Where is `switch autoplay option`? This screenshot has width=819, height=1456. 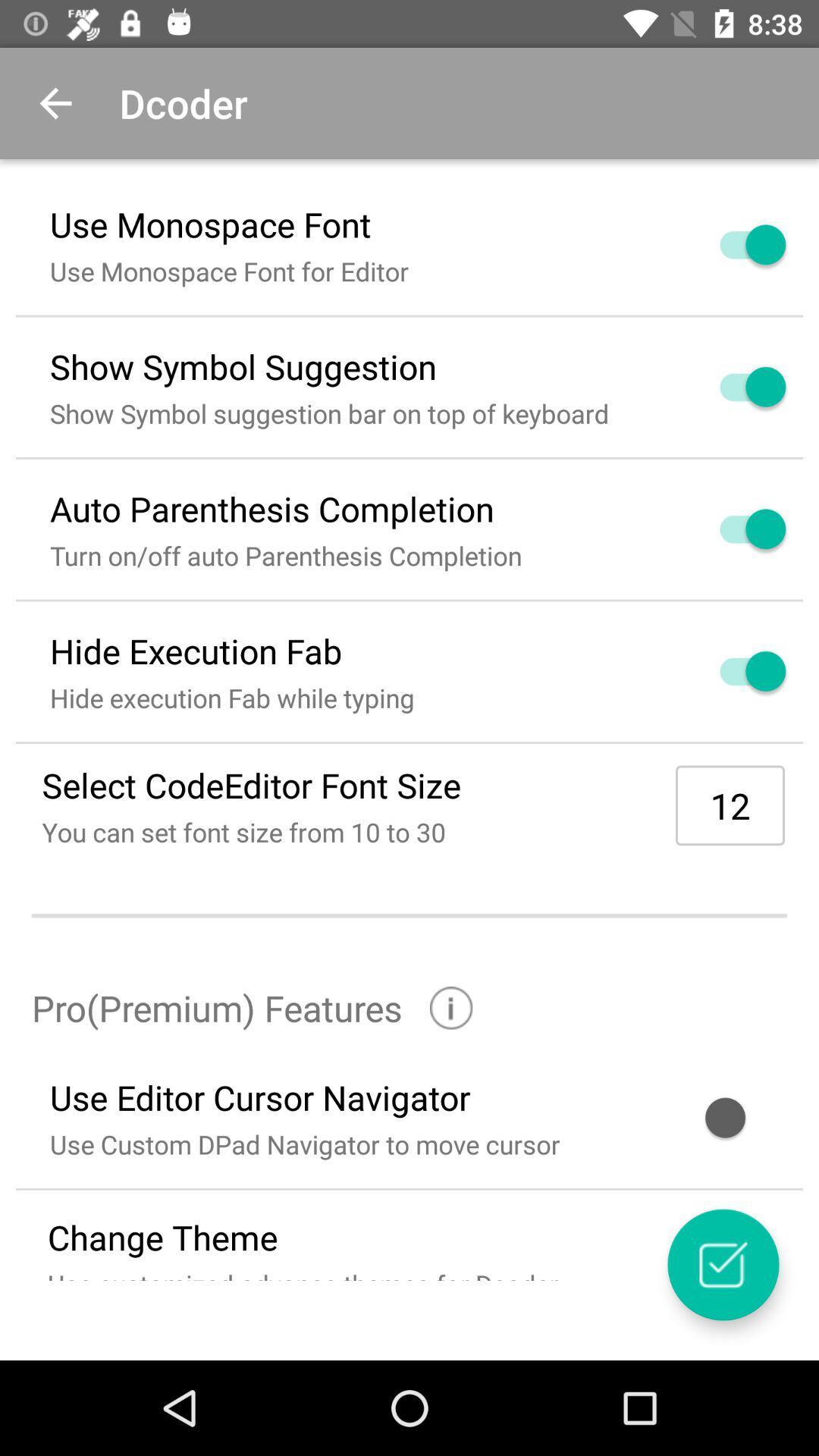
switch autoplay option is located at coordinates (734, 529).